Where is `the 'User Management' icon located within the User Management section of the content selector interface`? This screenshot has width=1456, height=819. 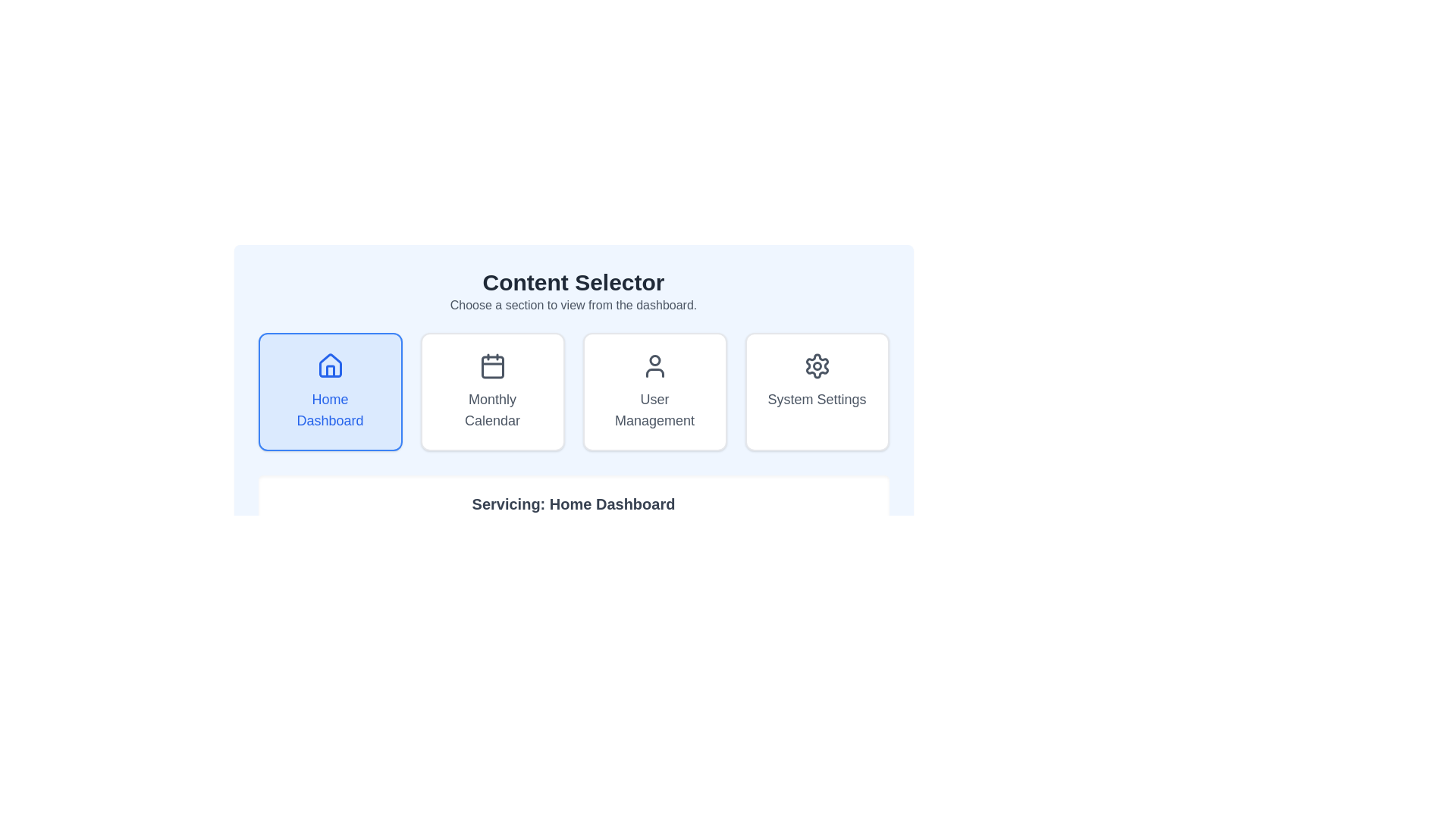
the 'User Management' icon located within the User Management section of the content selector interface is located at coordinates (654, 366).